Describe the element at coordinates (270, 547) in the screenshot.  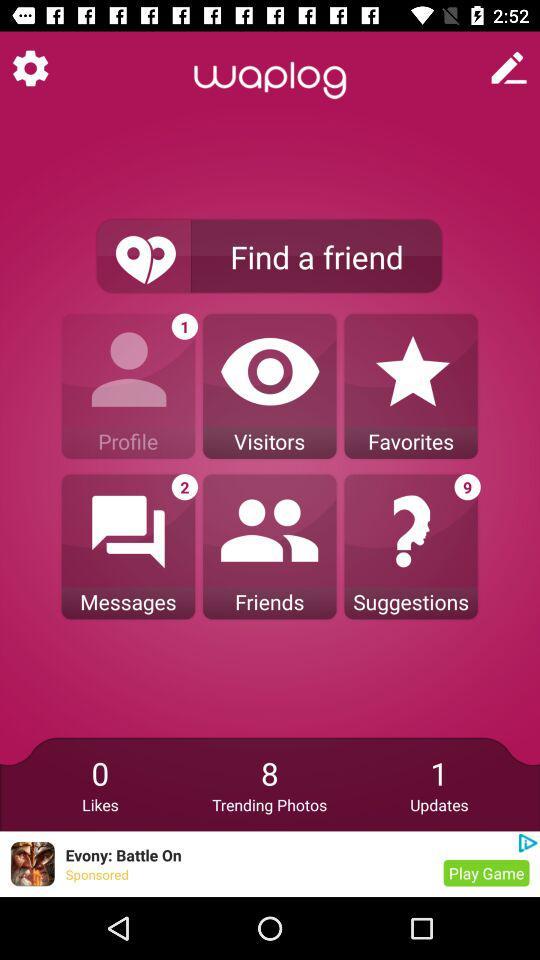
I see `friends` at that location.